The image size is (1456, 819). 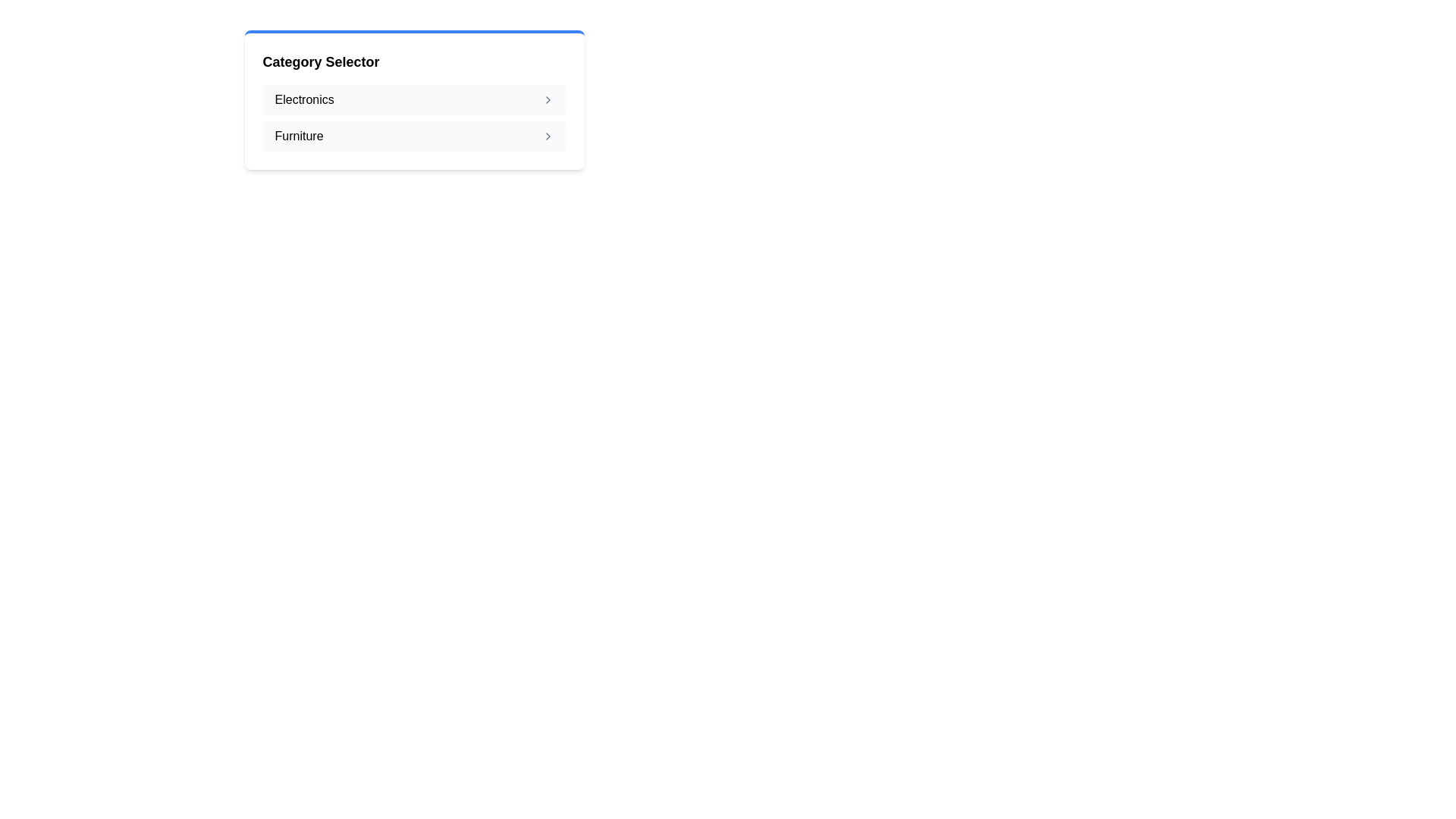 What do you see at coordinates (303, 99) in the screenshot?
I see `the text label for the 'Electronics' category, which is the first item in a vertically arranged list of categories` at bounding box center [303, 99].